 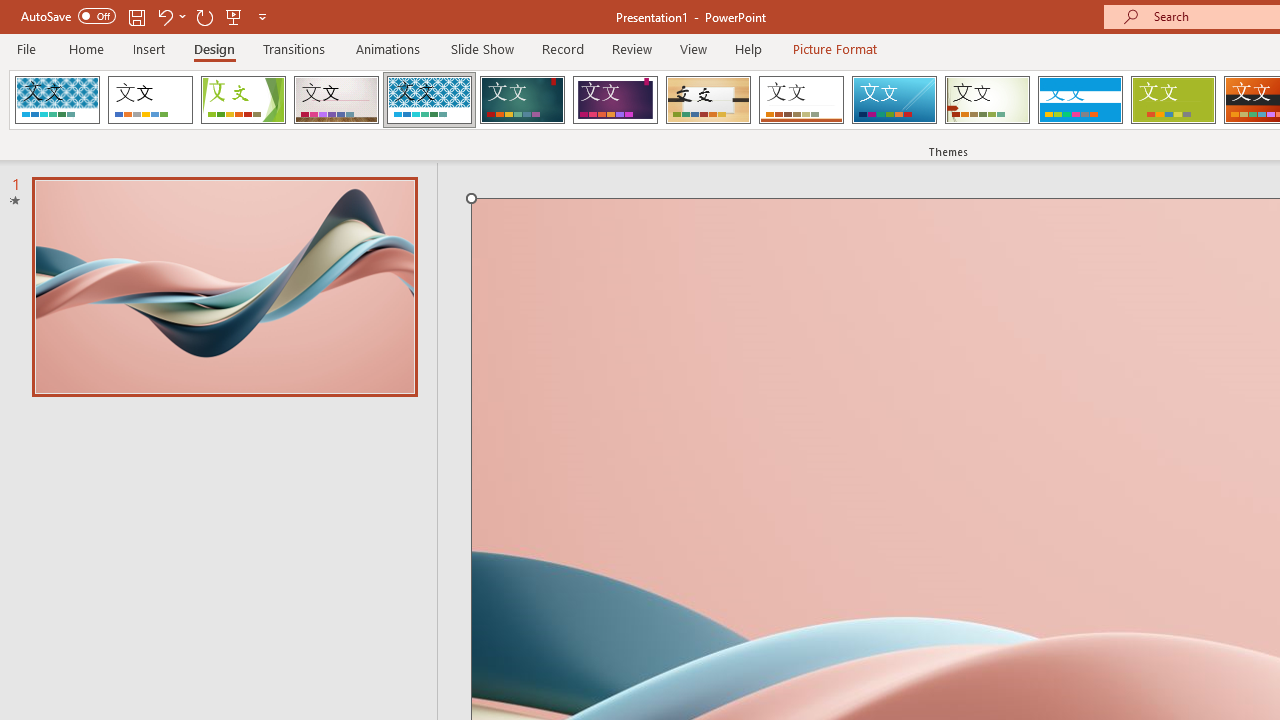 What do you see at coordinates (614, 100) in the screenshot?
I see `'Ion Boardroom'` at bounding box center [614, 100].